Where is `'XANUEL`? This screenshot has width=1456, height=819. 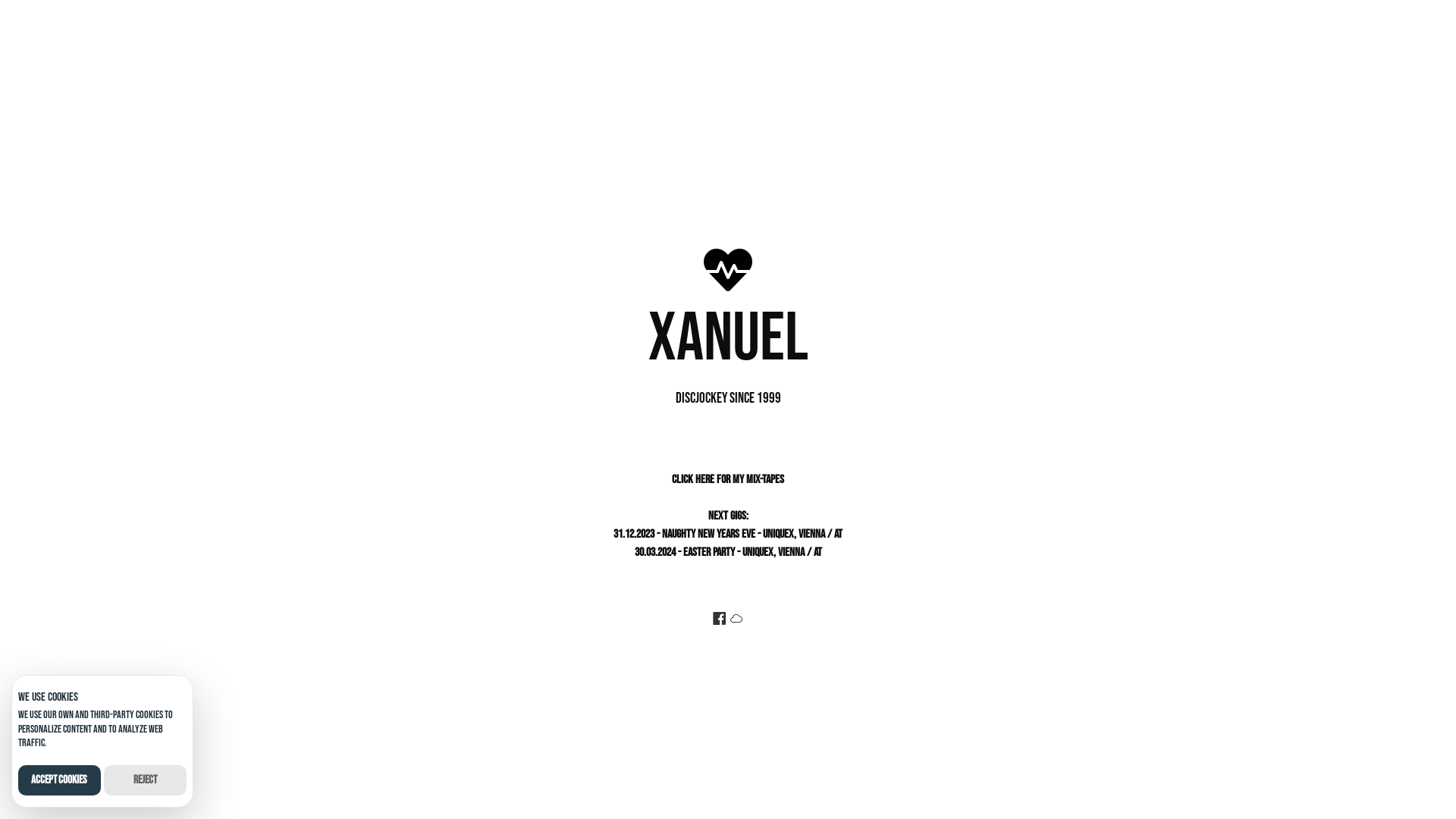
'XANUEL is located at coordinates (728, 344).